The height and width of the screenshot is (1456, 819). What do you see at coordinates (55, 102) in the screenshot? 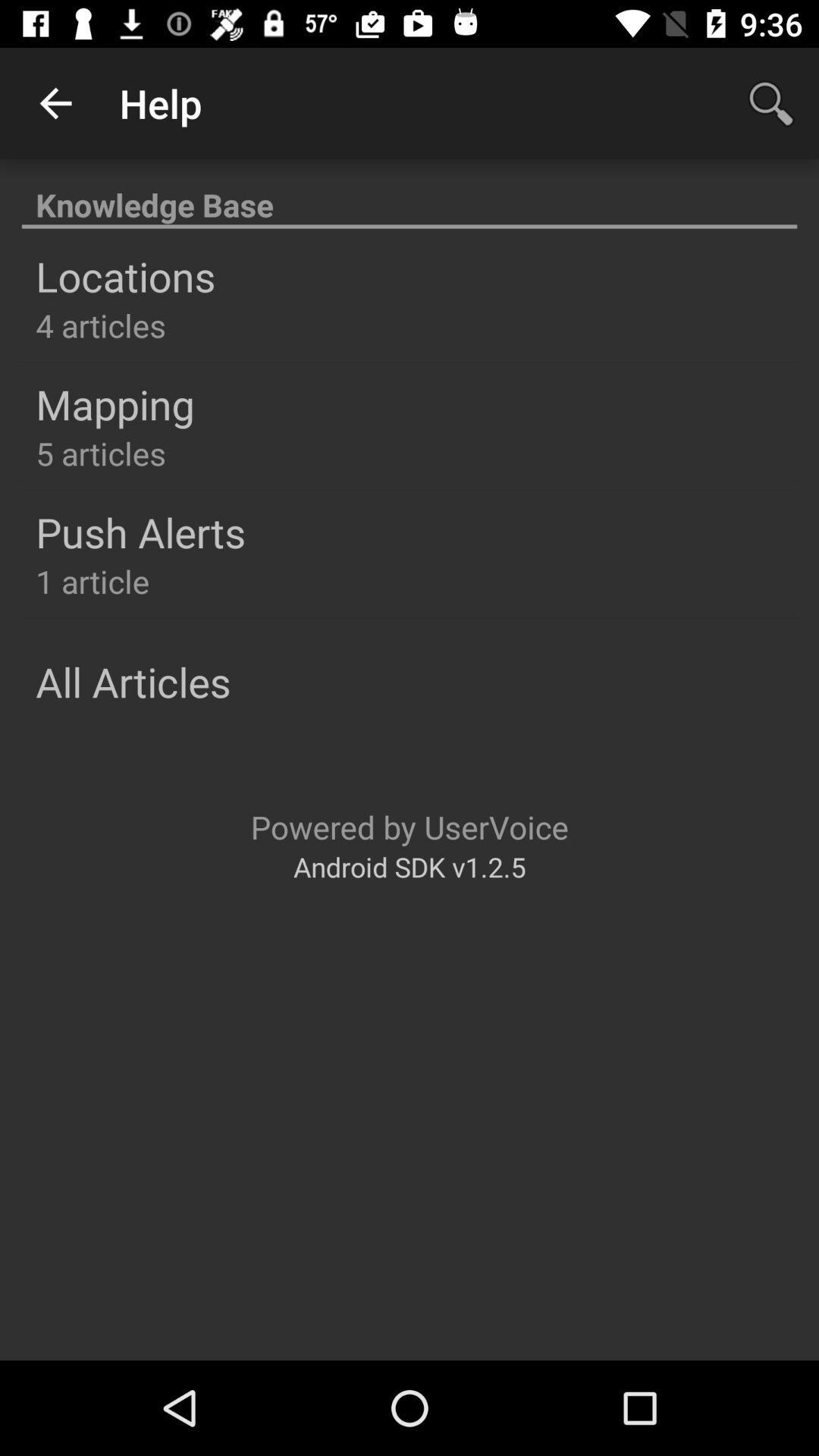
I see `the item next to help icon` at bounding box center [55, 102].